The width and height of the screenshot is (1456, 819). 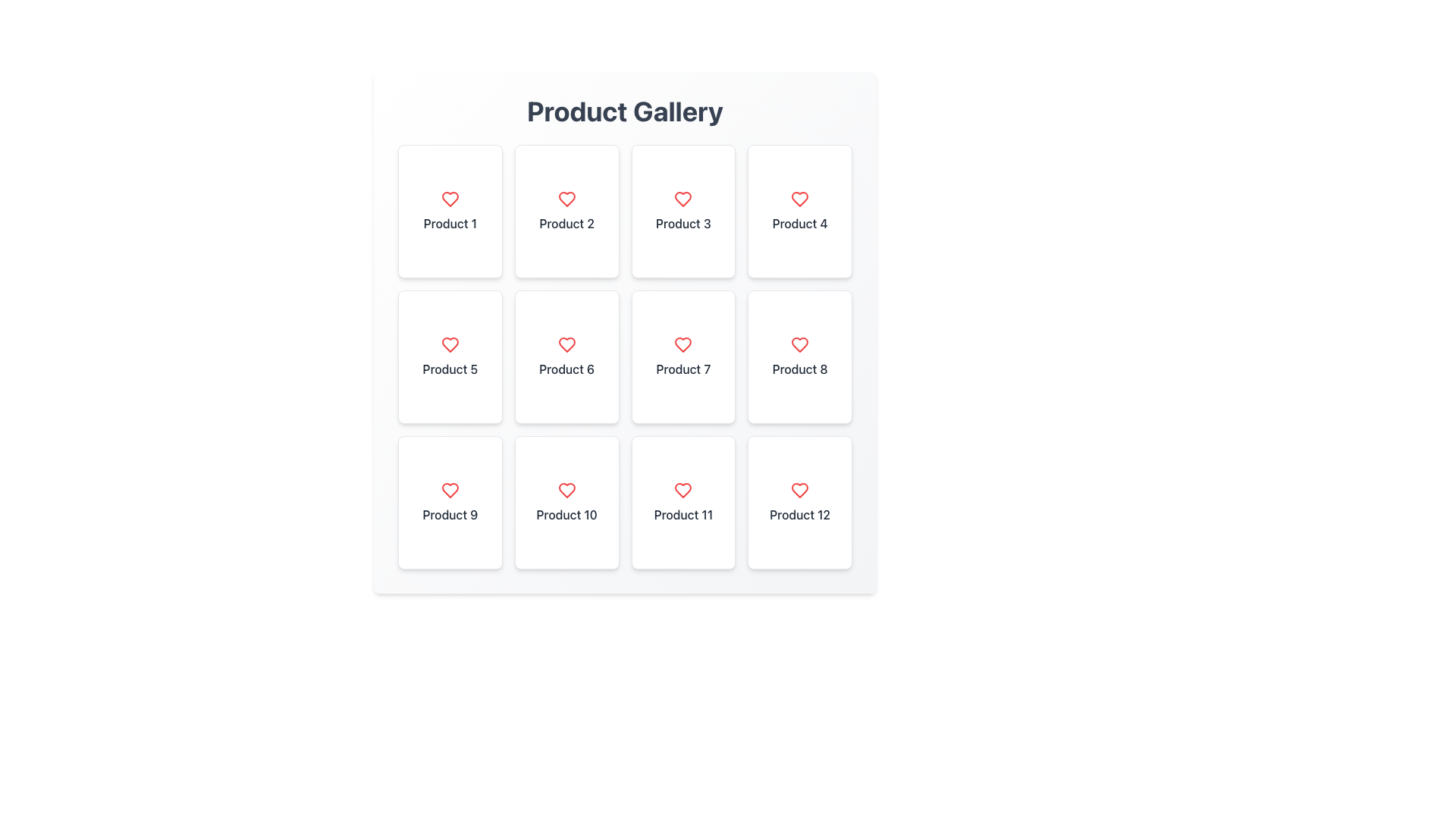 What do you see at coordinates (566, 345) in the screenshot?
I see `the red heart-shaped icon located at the top of the 'Product 6' card, which is in the second row and second column of the grid layout` at bounding box center [566, 345].